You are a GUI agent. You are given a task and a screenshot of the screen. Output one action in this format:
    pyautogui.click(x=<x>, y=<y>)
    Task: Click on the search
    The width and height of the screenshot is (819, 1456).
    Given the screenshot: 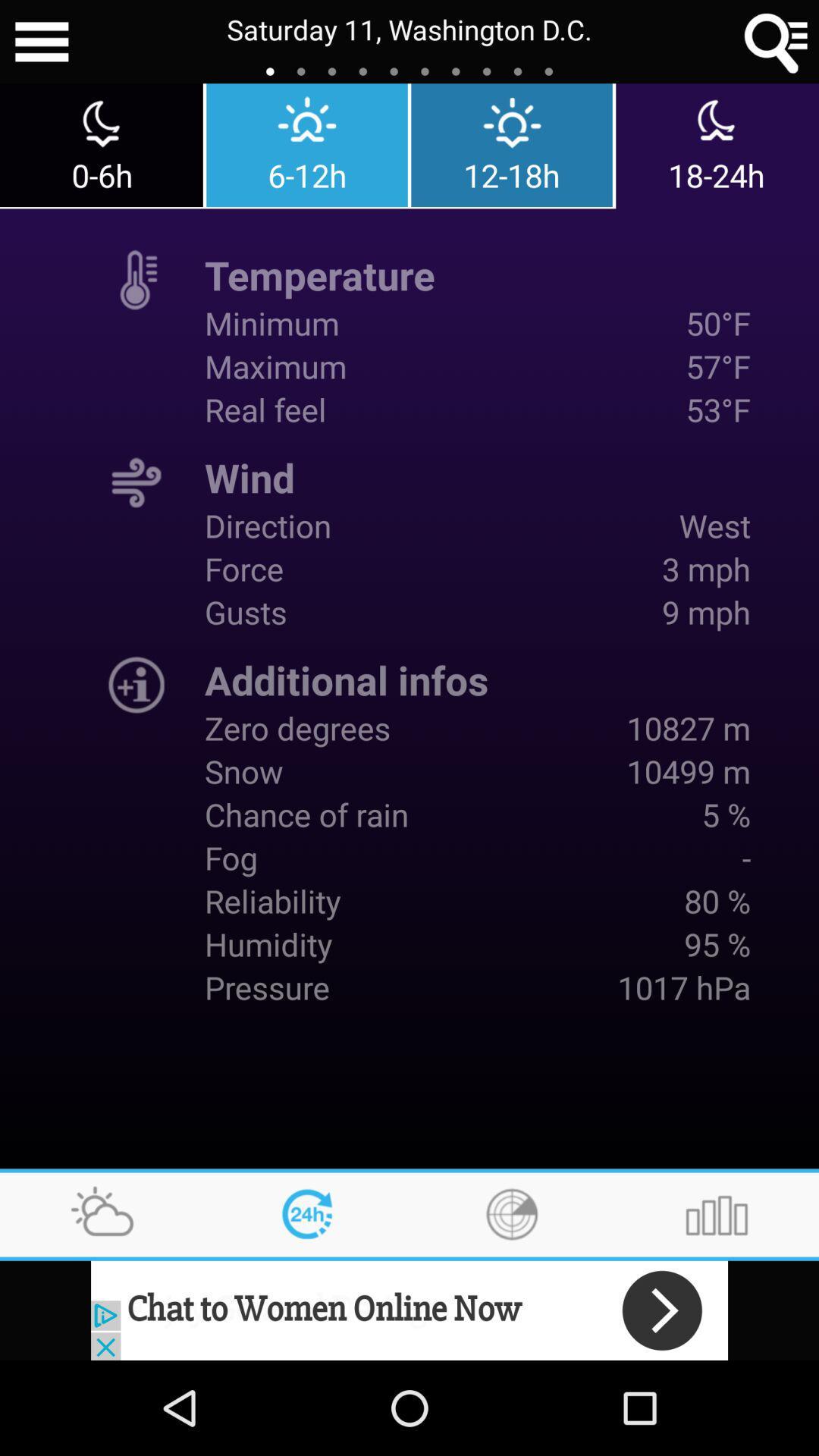 What is the action you would take?
    pyautogui.click(x=777, y=42)
    